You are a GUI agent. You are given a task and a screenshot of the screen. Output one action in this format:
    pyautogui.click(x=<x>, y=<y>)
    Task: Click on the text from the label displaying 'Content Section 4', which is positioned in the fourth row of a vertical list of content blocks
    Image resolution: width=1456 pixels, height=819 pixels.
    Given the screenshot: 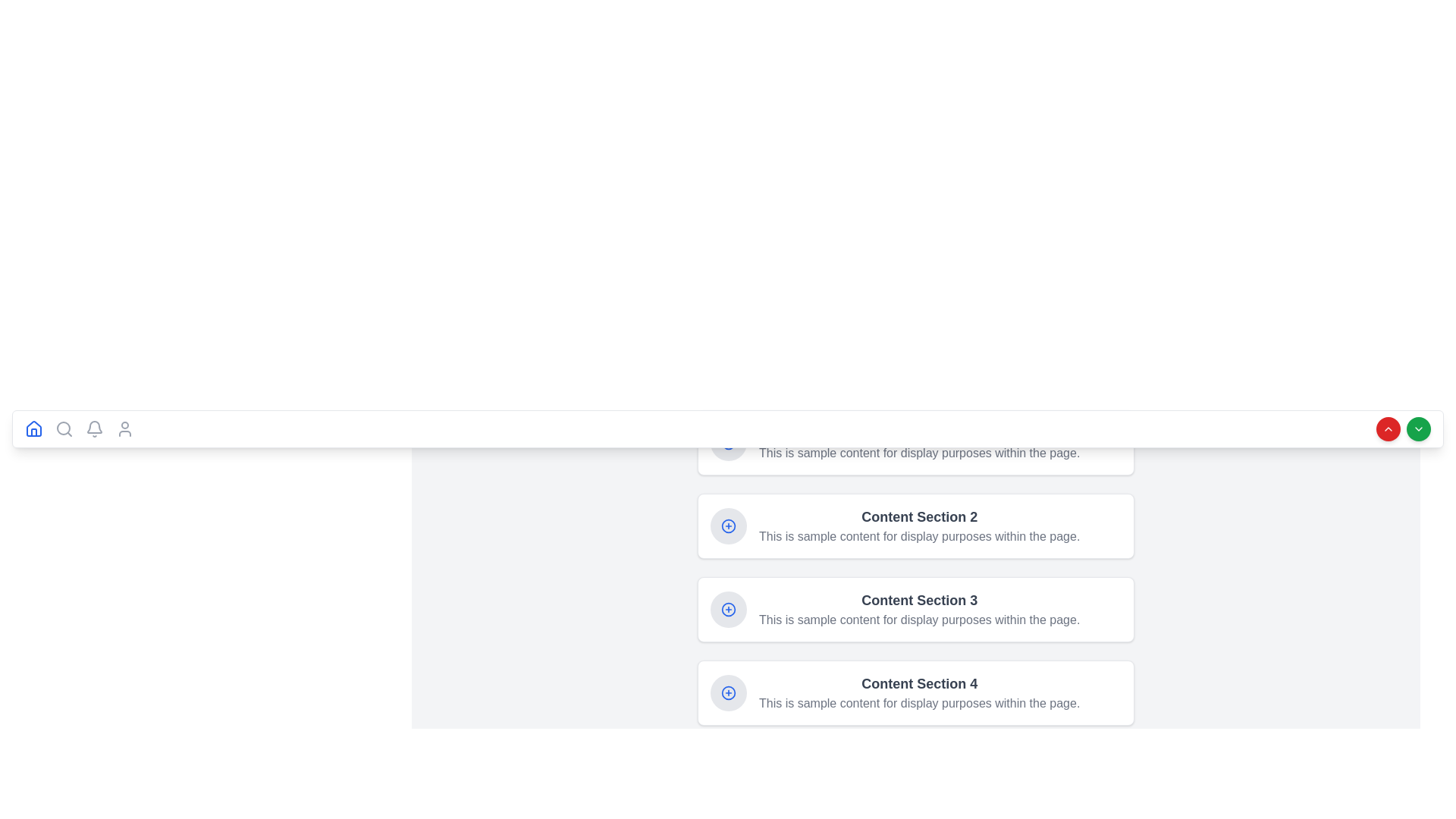 What is the action you would take?
    pyautogui.click(x=918, y=684)
    